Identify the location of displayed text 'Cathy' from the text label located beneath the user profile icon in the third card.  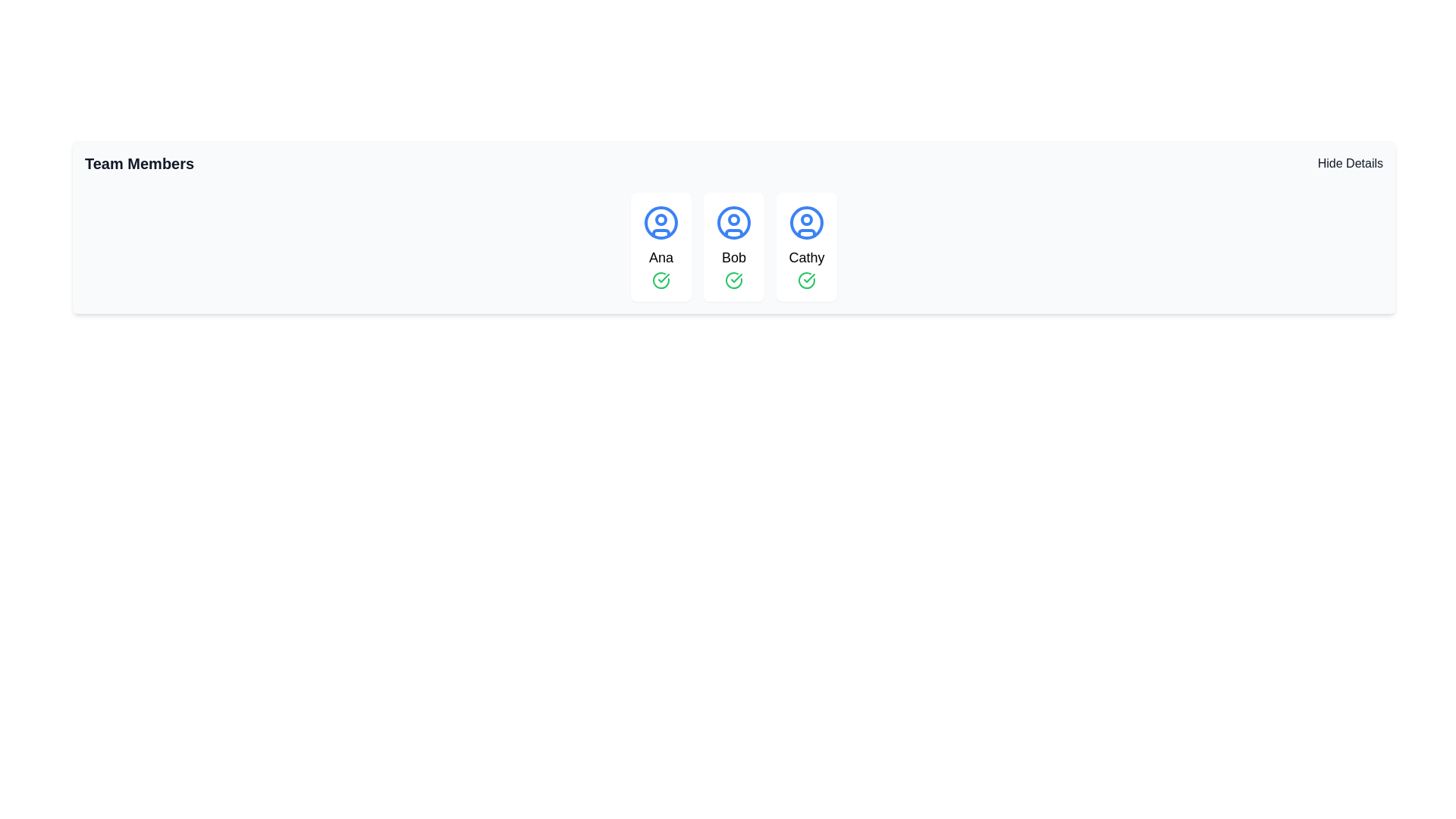
(806, 256).